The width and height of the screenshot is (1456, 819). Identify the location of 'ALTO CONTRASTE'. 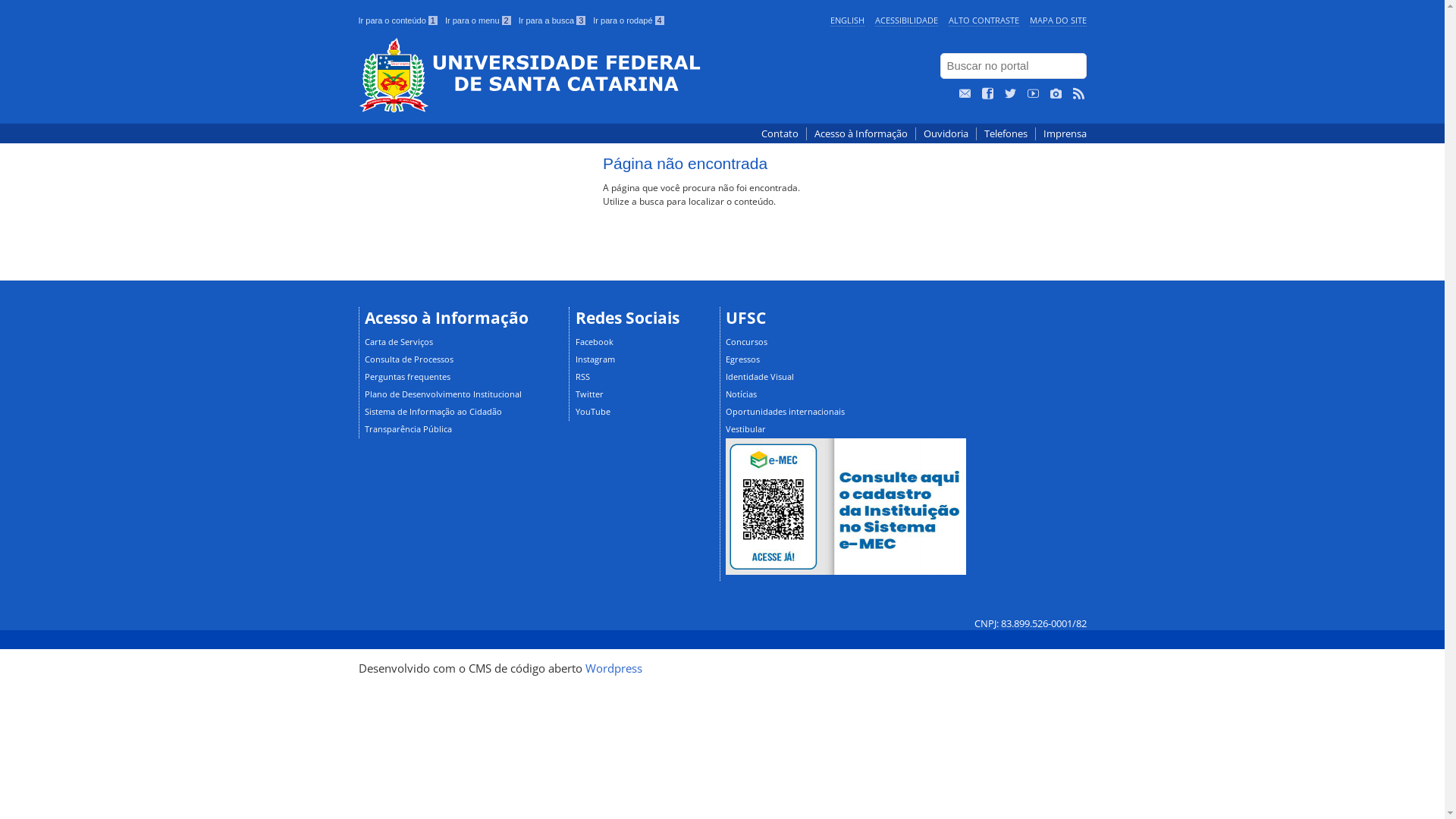
(946, 20).